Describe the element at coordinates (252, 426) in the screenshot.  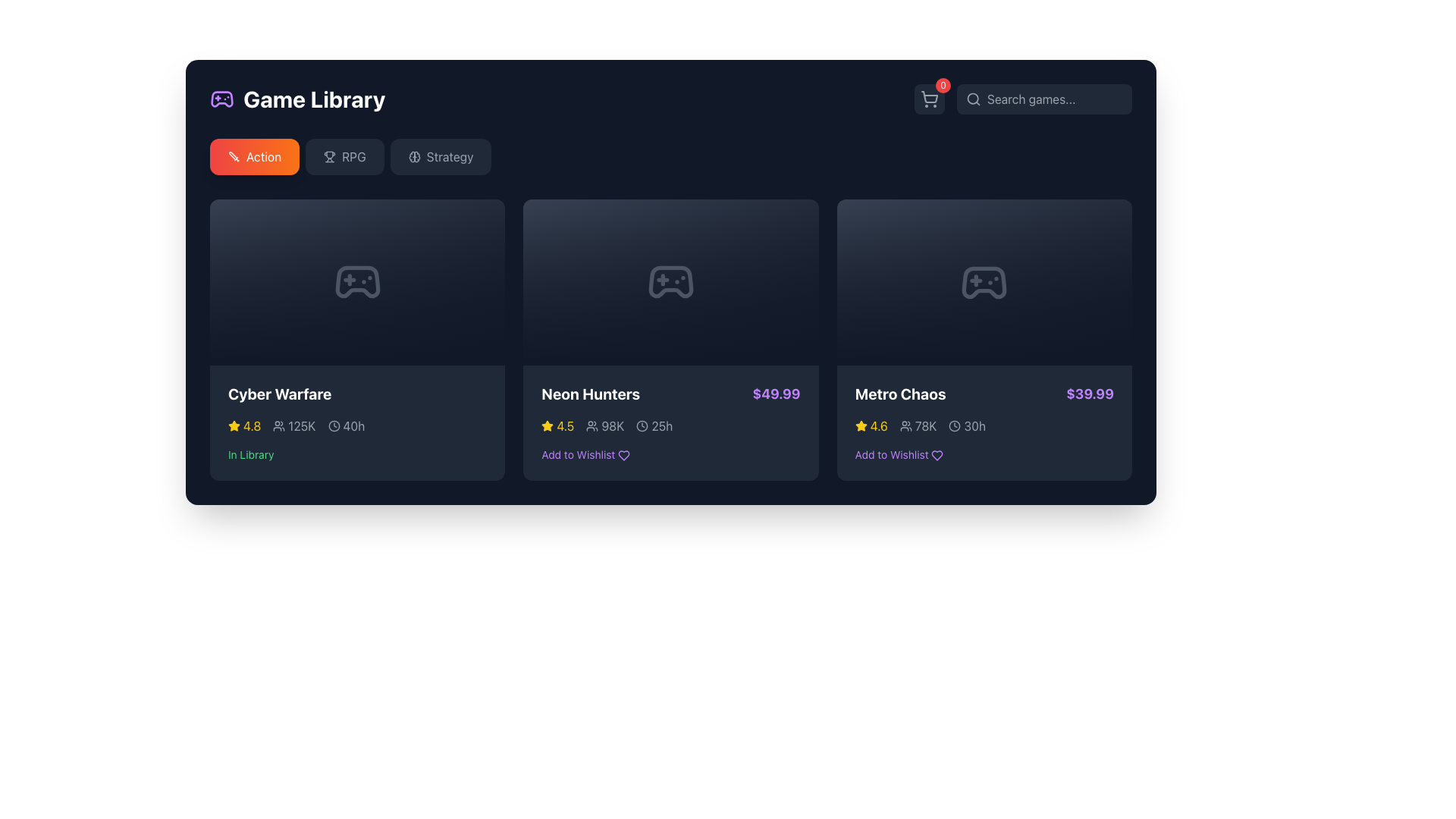
I see `the user rating display text label of the Cyber Warfare product located in the lower-left corner of the product card` at that location.